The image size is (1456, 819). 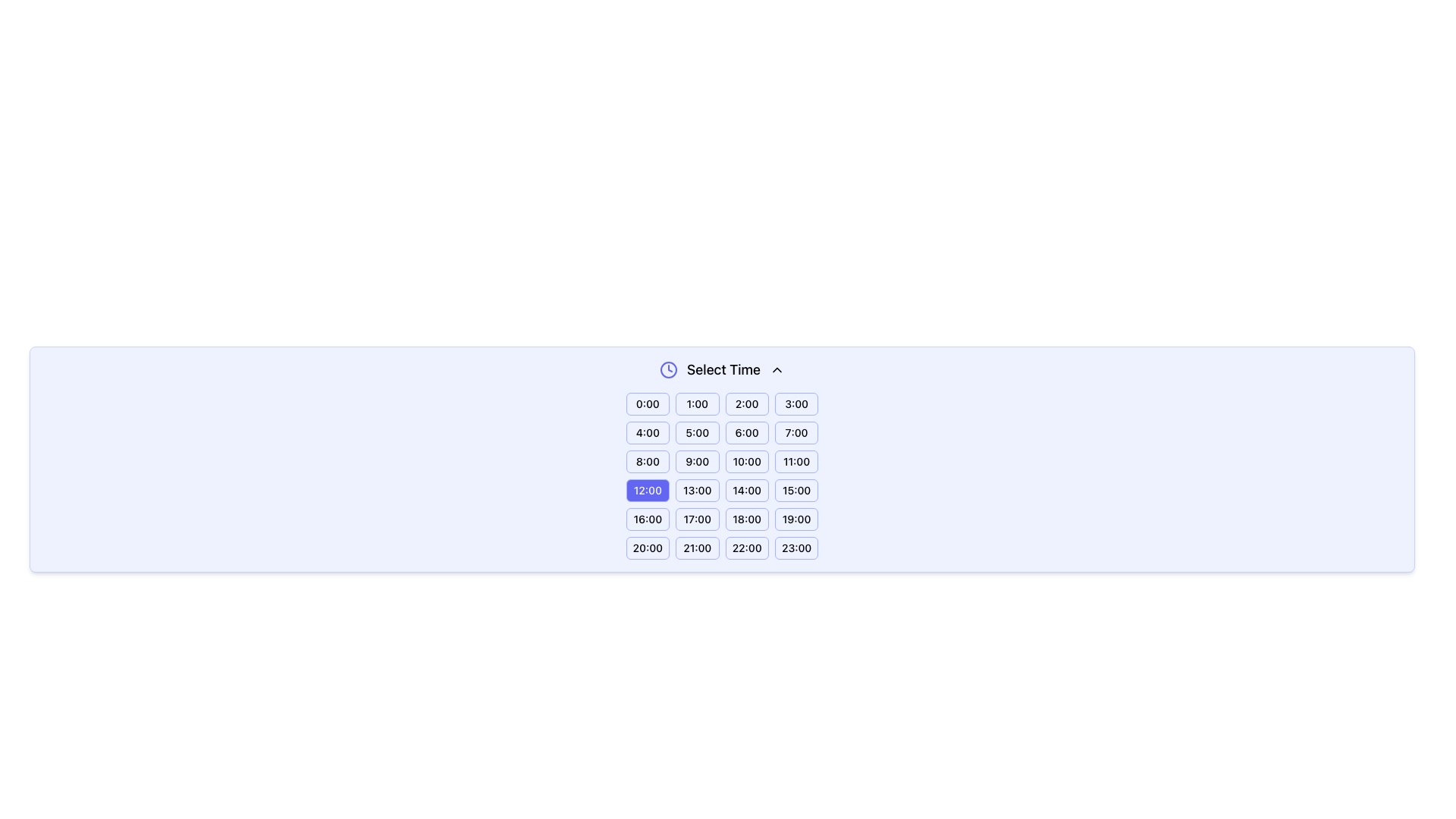 I want to click on the button labeled '16:00' located in the fifth row, first column of the grid layout, so click(x=648, y=519).